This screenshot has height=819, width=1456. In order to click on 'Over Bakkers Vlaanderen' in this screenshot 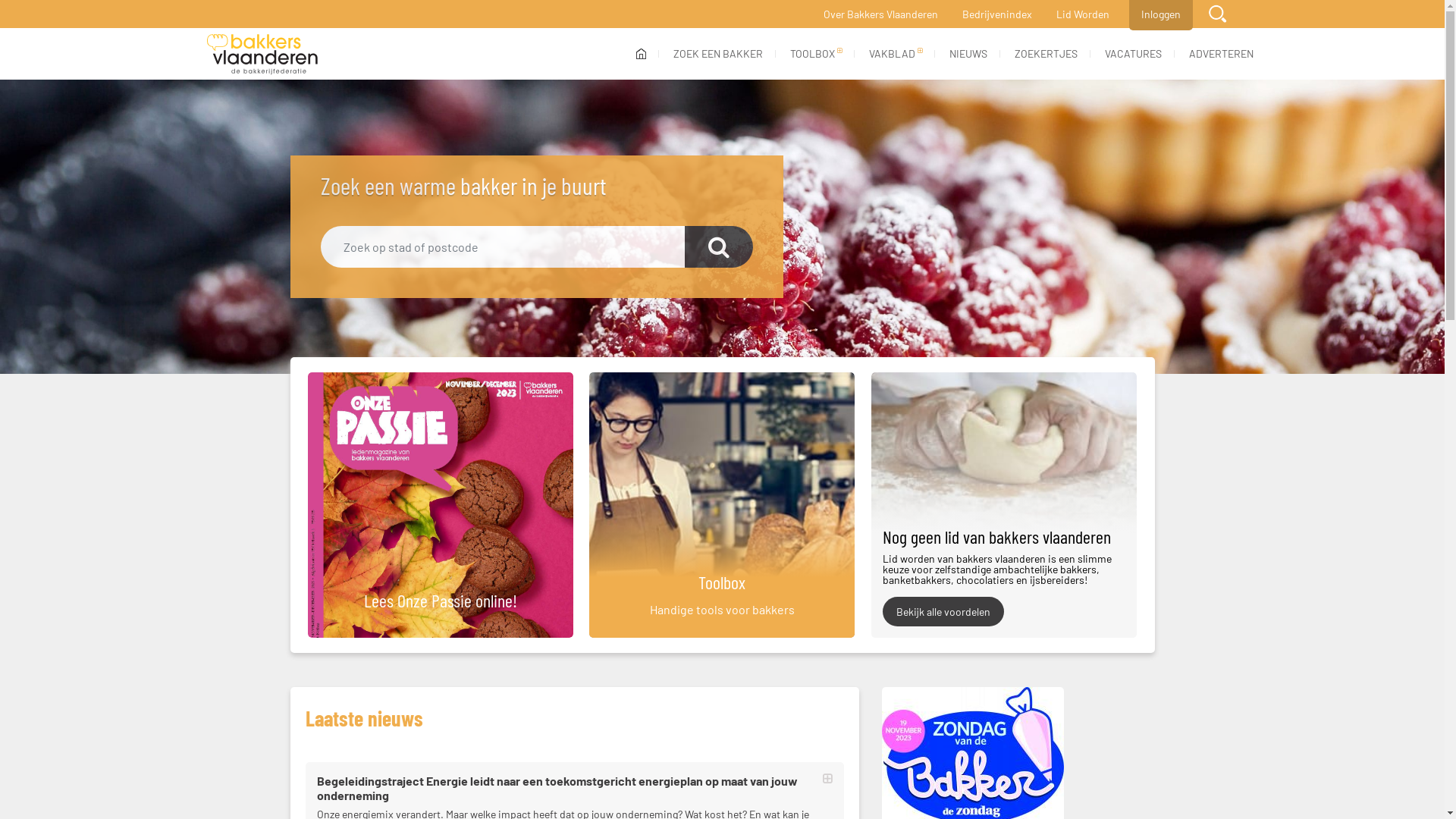, I will do `click(880, 14)`.